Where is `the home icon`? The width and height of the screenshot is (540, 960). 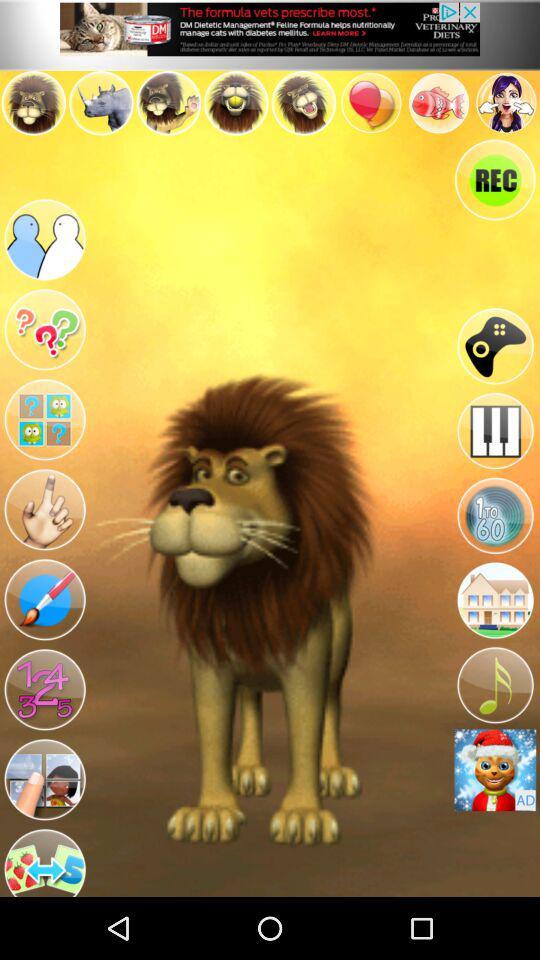
the home icon is located at coordinates (494, 641).